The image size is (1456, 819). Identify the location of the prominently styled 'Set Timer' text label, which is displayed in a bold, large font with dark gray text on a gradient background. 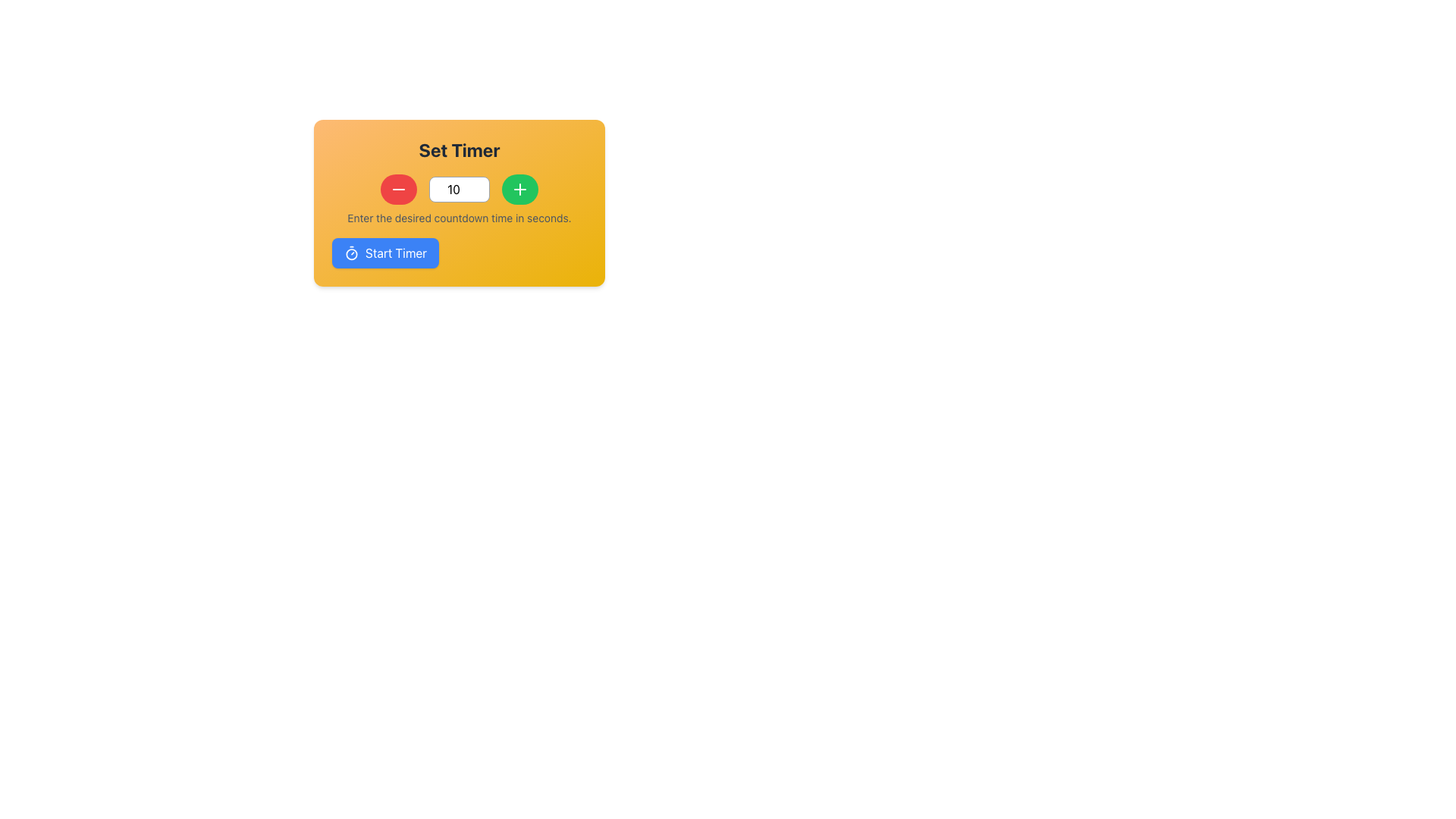
(458, 149).